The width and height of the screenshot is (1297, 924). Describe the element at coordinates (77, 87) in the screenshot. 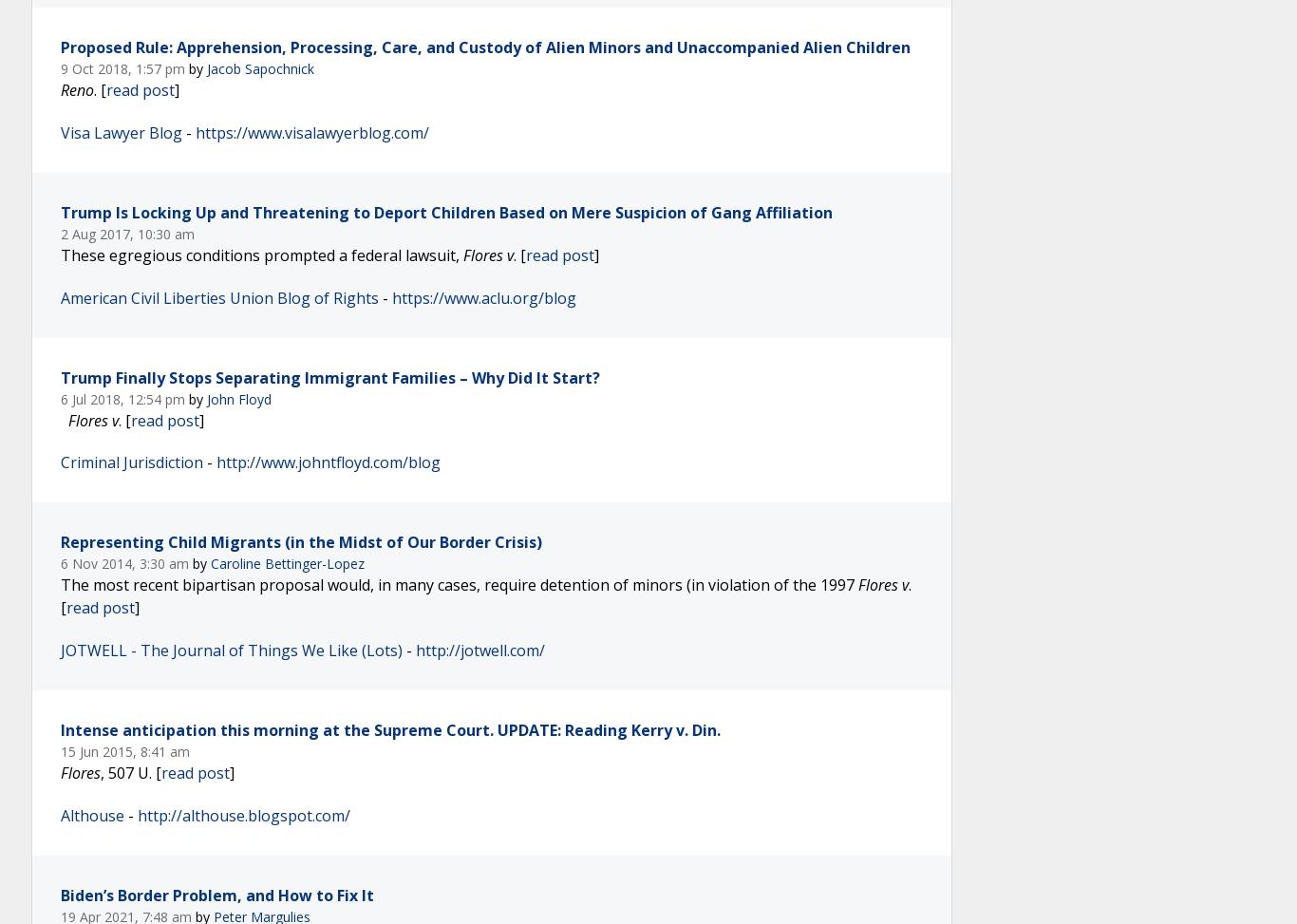

I see `'Reno'` at that location.